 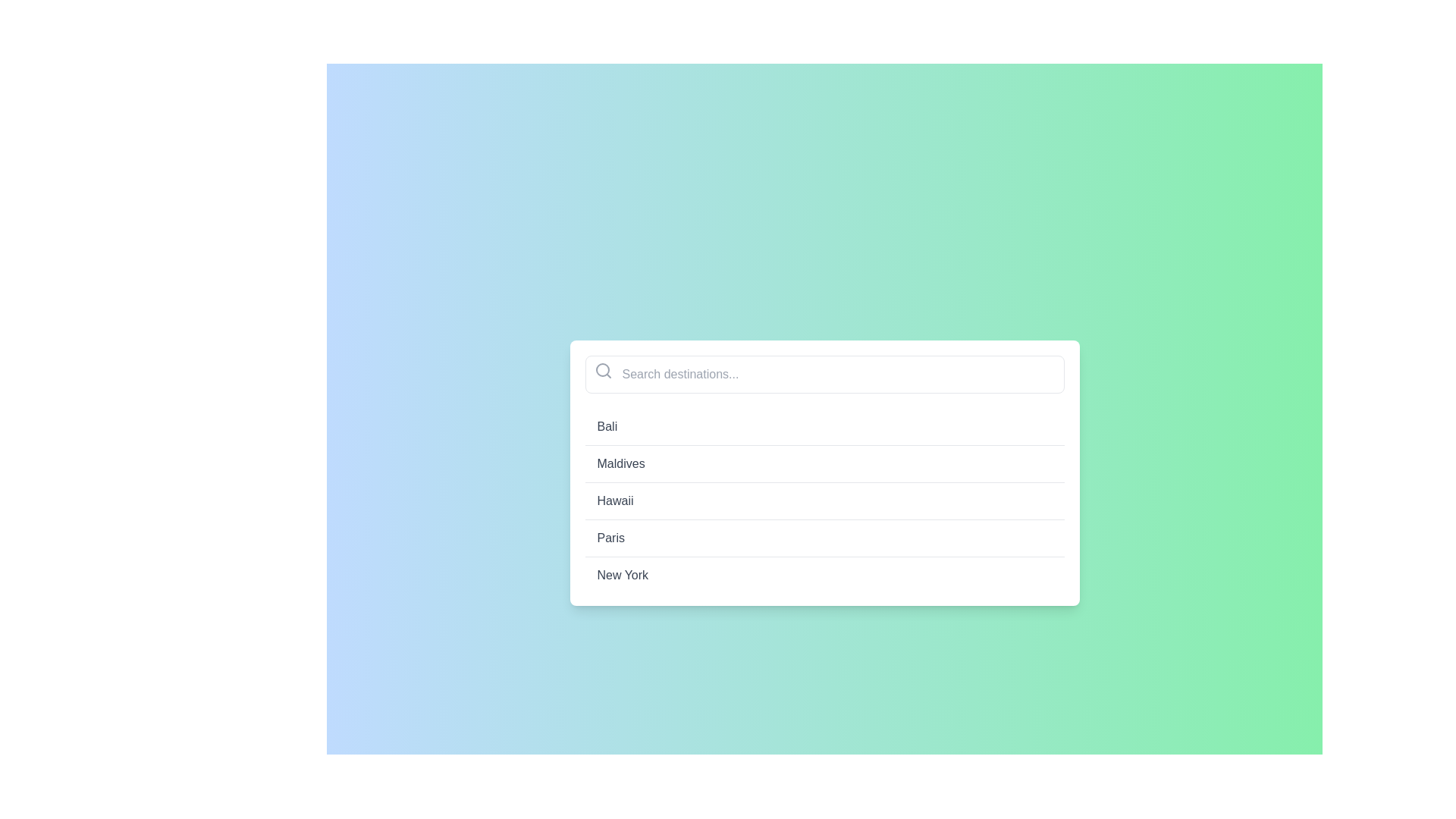 What do you see at coordinates (824, 427) in the screenshot?
I see `the first list item element representing 'Bali' in the selectable destinations list` at bounding box center [824, 427].